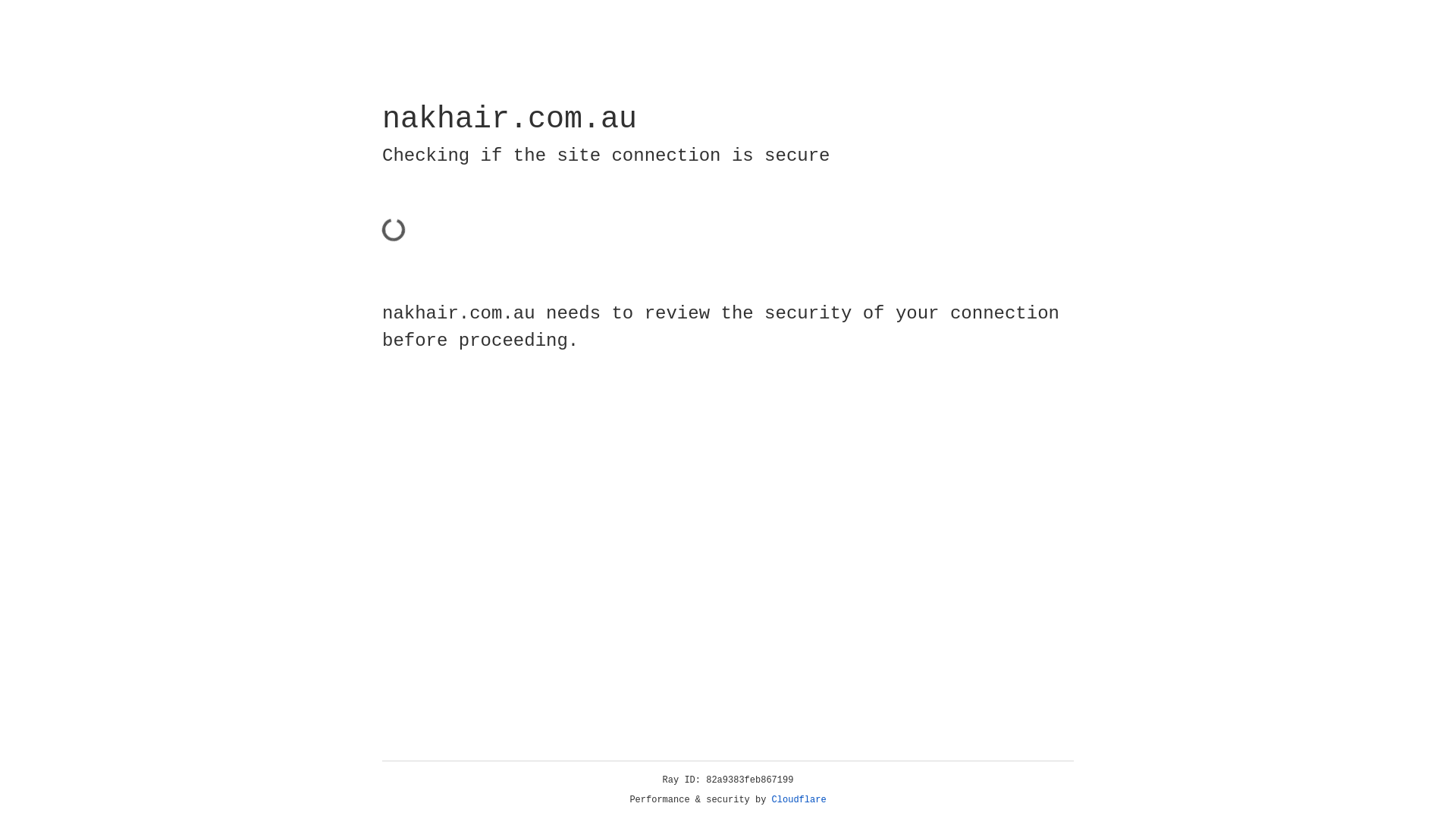  What do you see at coordinates (799, 799) in the screenshot?
I see `'Cloudflare'` at bounding box center [799, 799].